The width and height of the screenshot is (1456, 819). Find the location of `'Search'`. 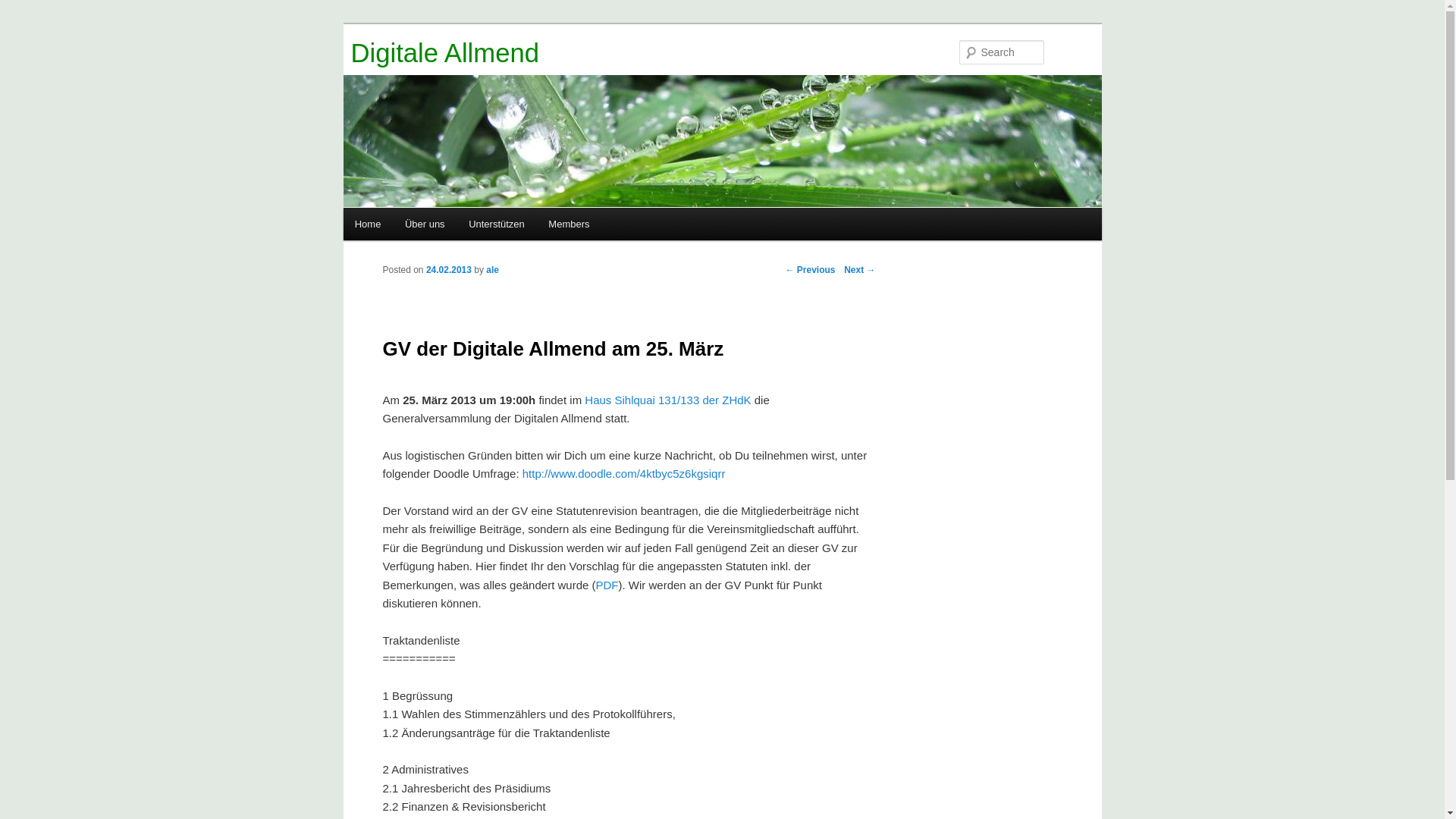

'Search' is located at coordinates (24, 8).